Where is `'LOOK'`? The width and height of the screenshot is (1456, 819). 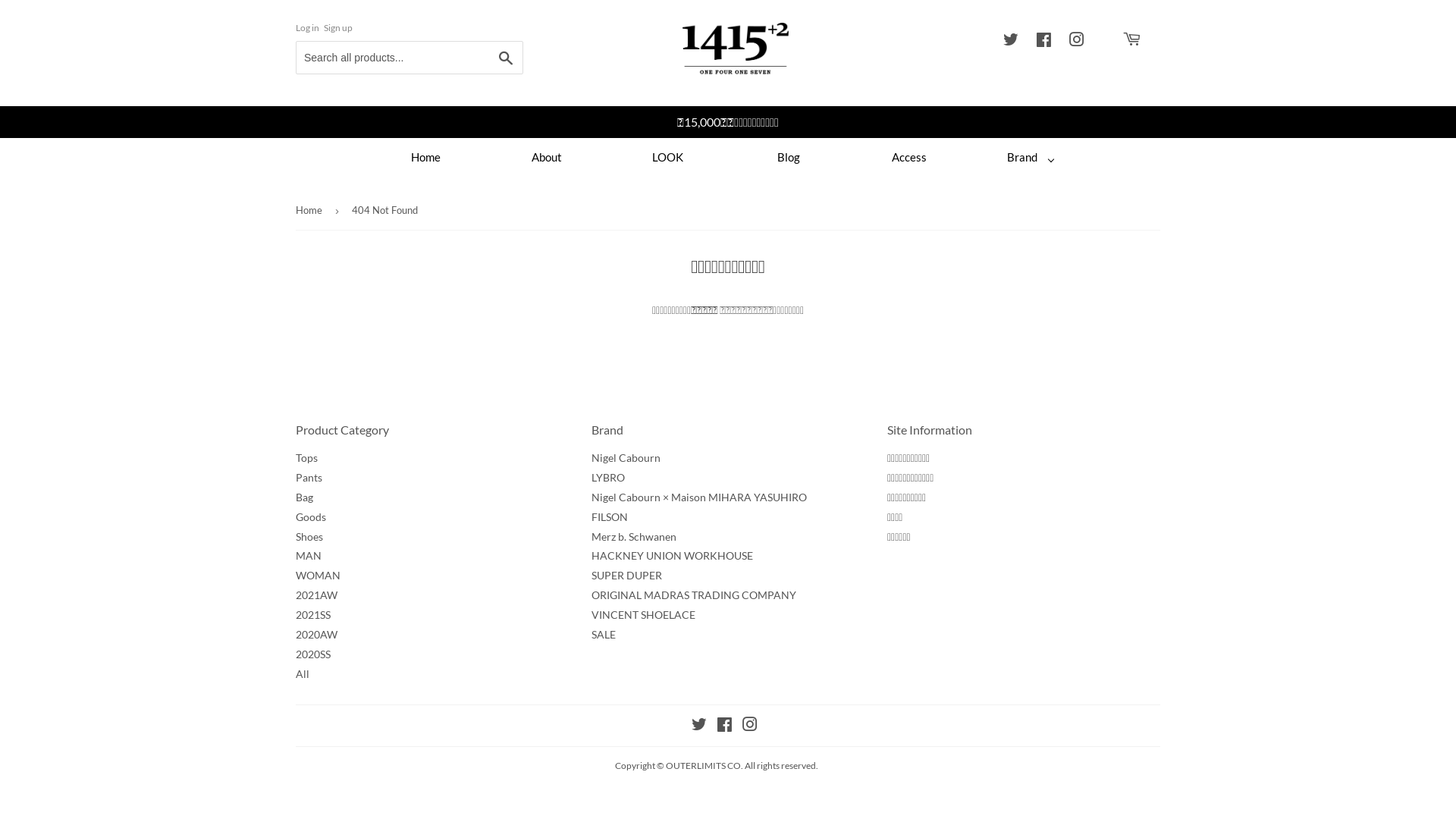 'LOOK' is located at coordinates (667, 157).